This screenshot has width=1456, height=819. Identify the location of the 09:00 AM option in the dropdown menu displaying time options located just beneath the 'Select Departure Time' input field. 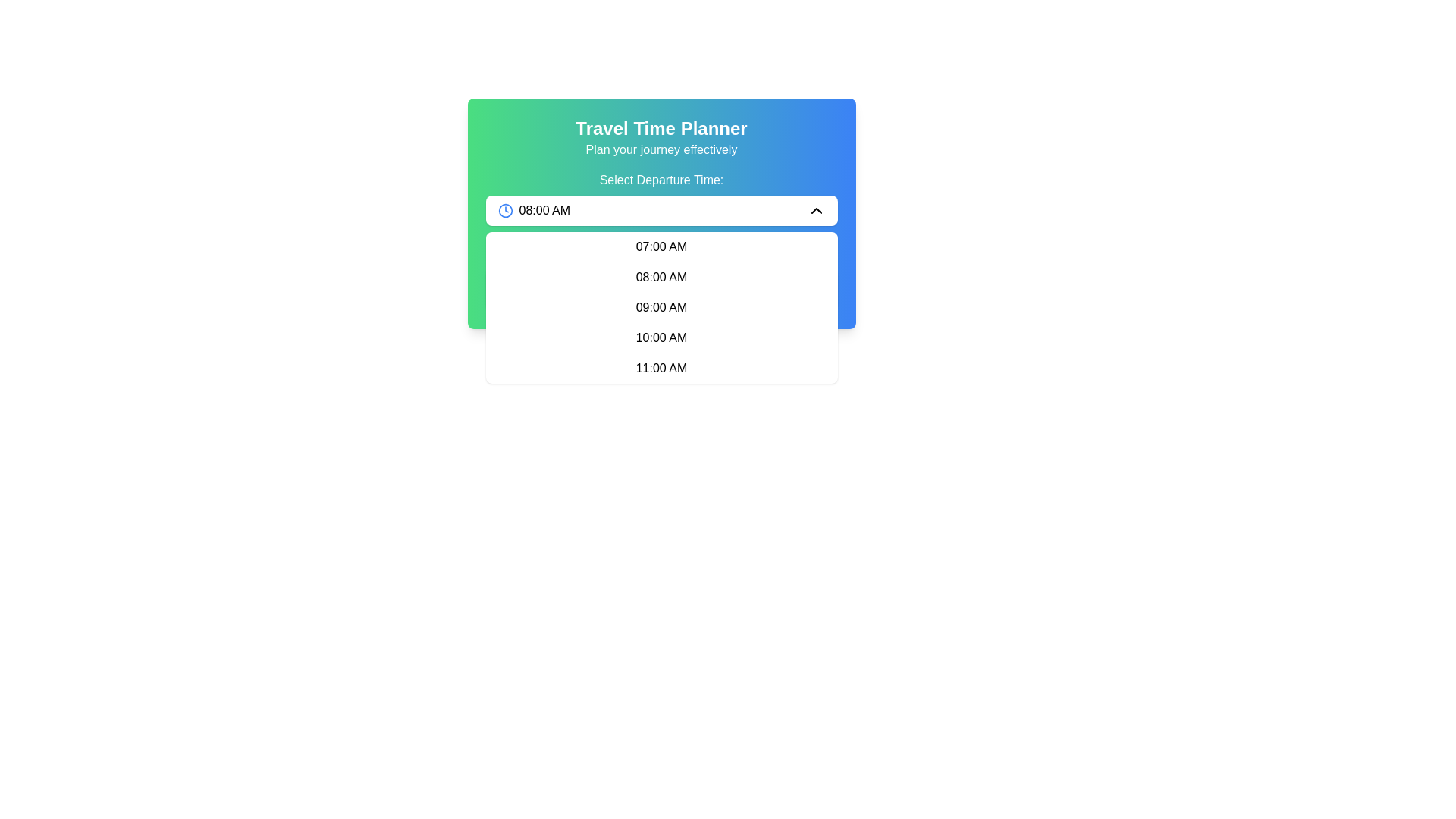
(661, 307).